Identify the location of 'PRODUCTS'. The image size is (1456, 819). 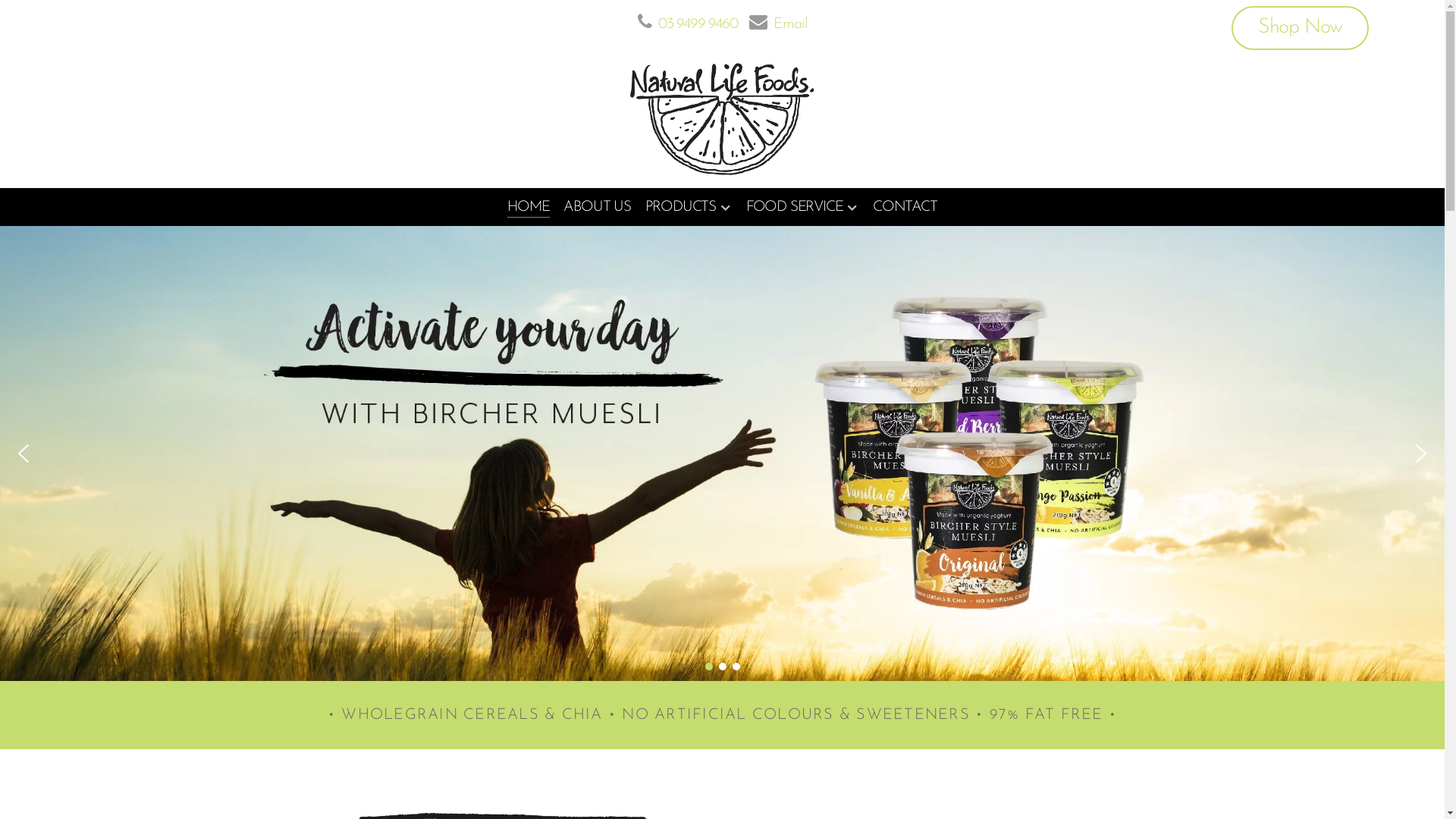
(687, 208).